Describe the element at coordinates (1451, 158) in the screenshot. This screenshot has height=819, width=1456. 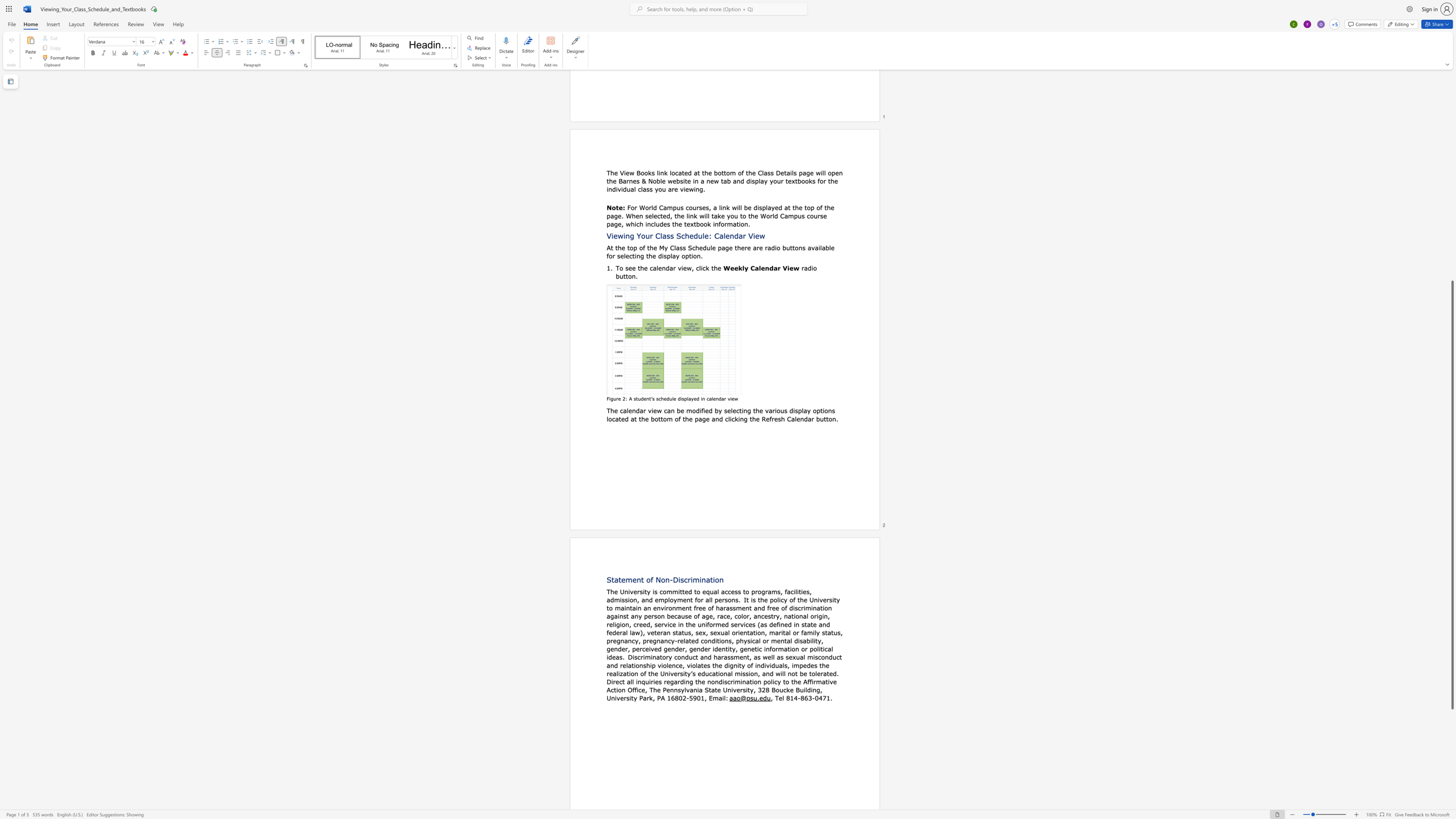
I see `the scrollbar on the right to move the page upward` at that location.